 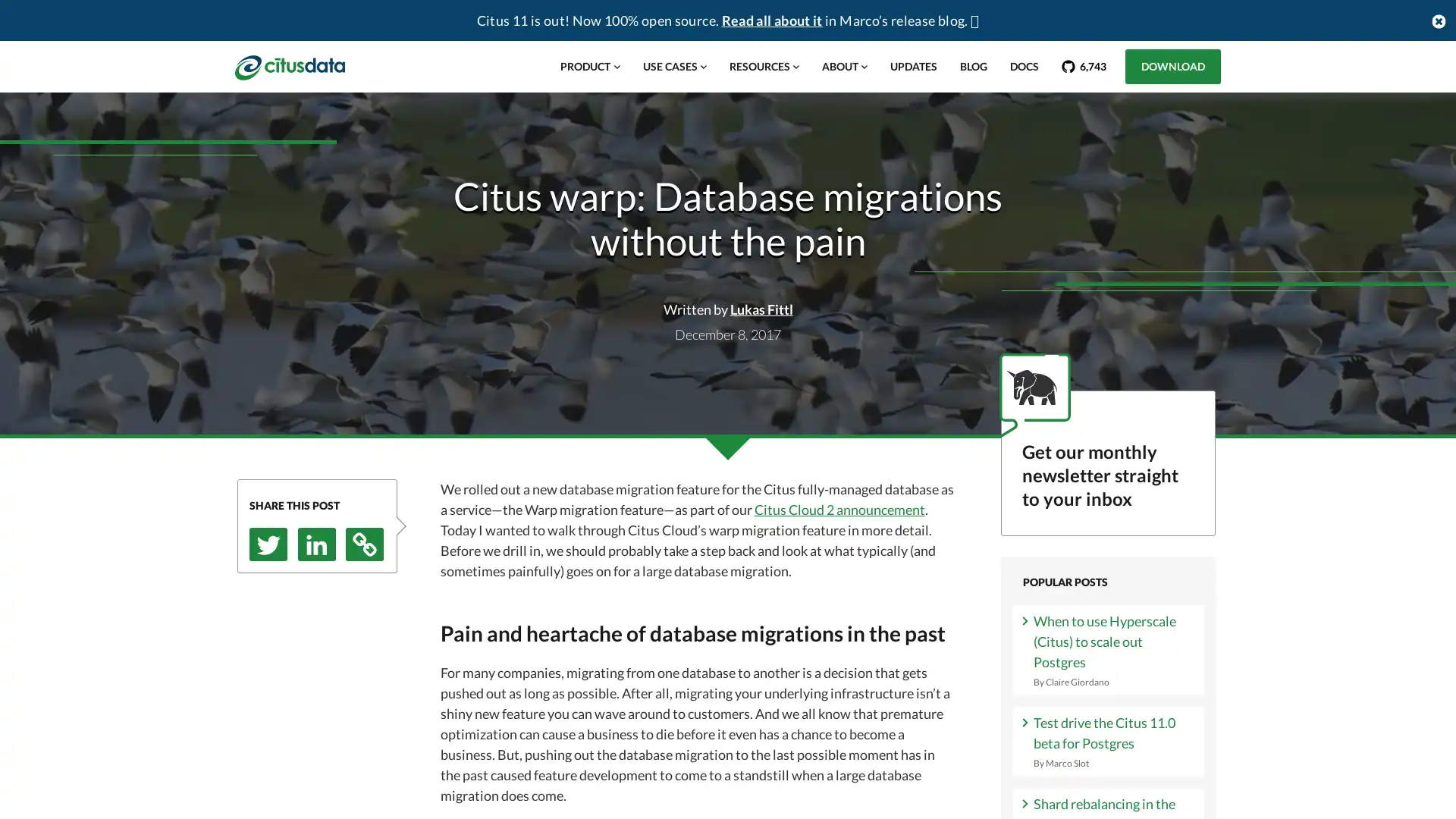 What do you see at coordinates (588, 66) in the screenshot?
I see `PRODUCT` at bounding box center [588, 66].